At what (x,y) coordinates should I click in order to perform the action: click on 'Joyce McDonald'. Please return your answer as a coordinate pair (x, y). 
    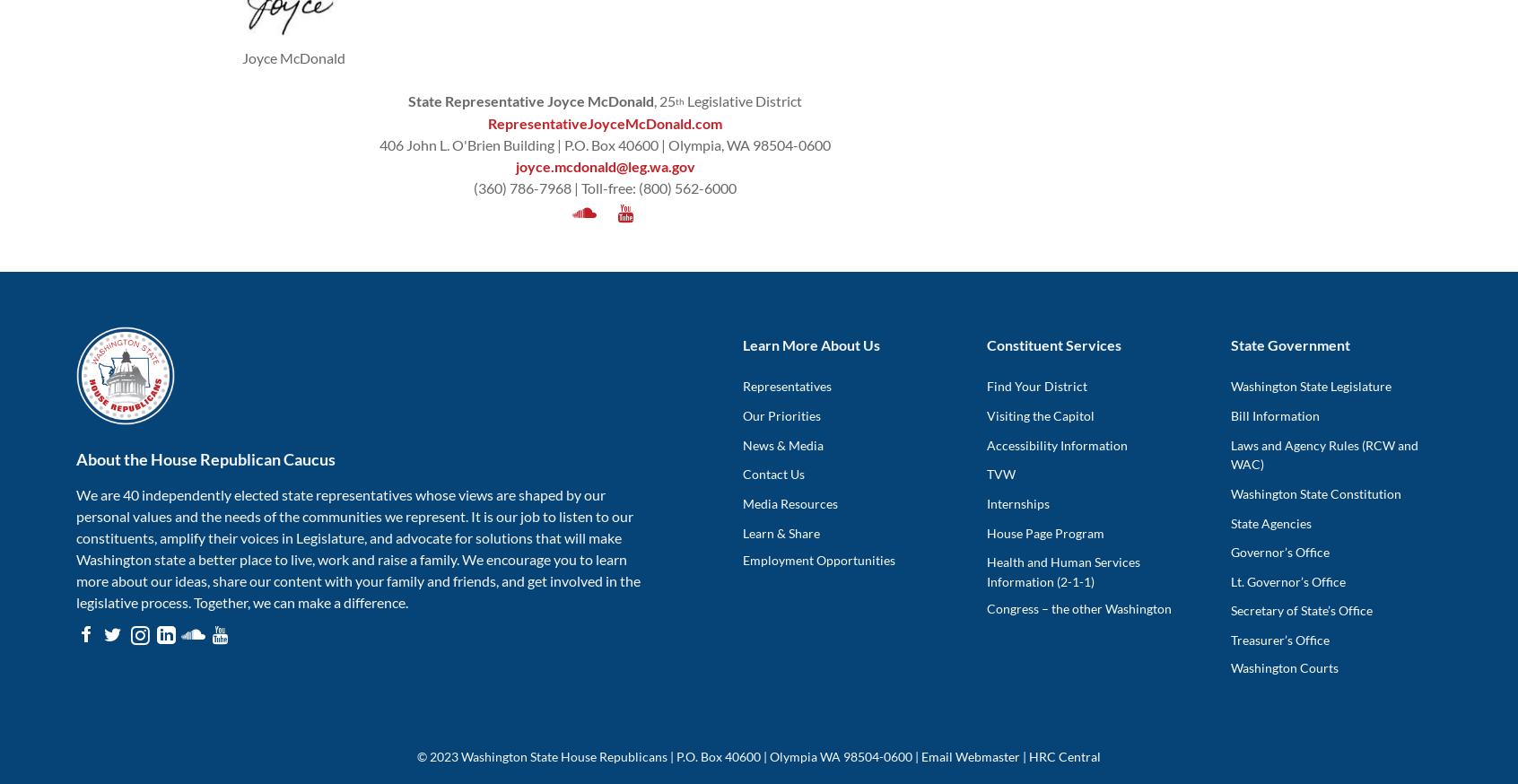
    Looking at the image, I should click on (242, 57).